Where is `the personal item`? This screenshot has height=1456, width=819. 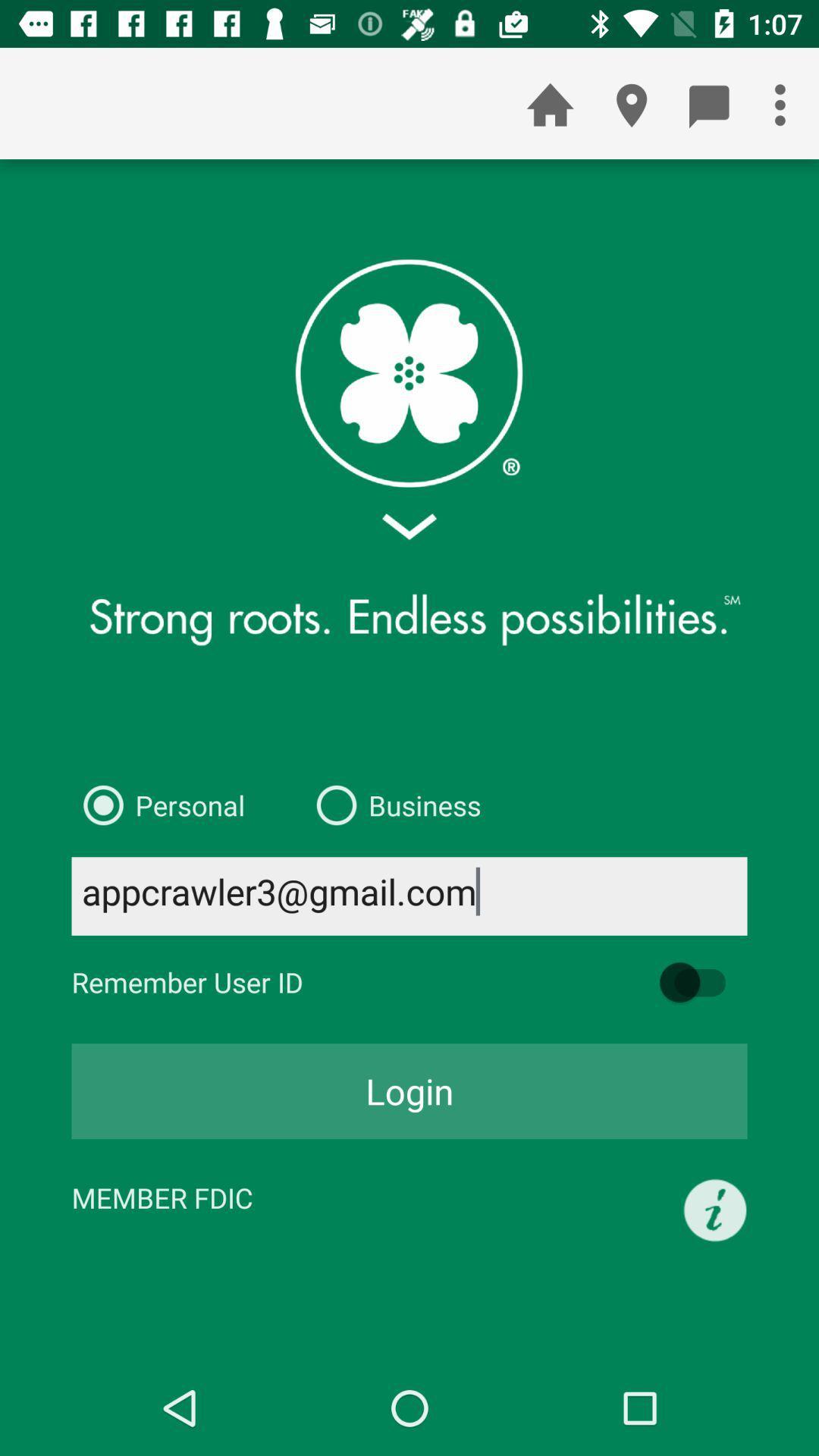 the personal item is located at coordinates (158, 804).